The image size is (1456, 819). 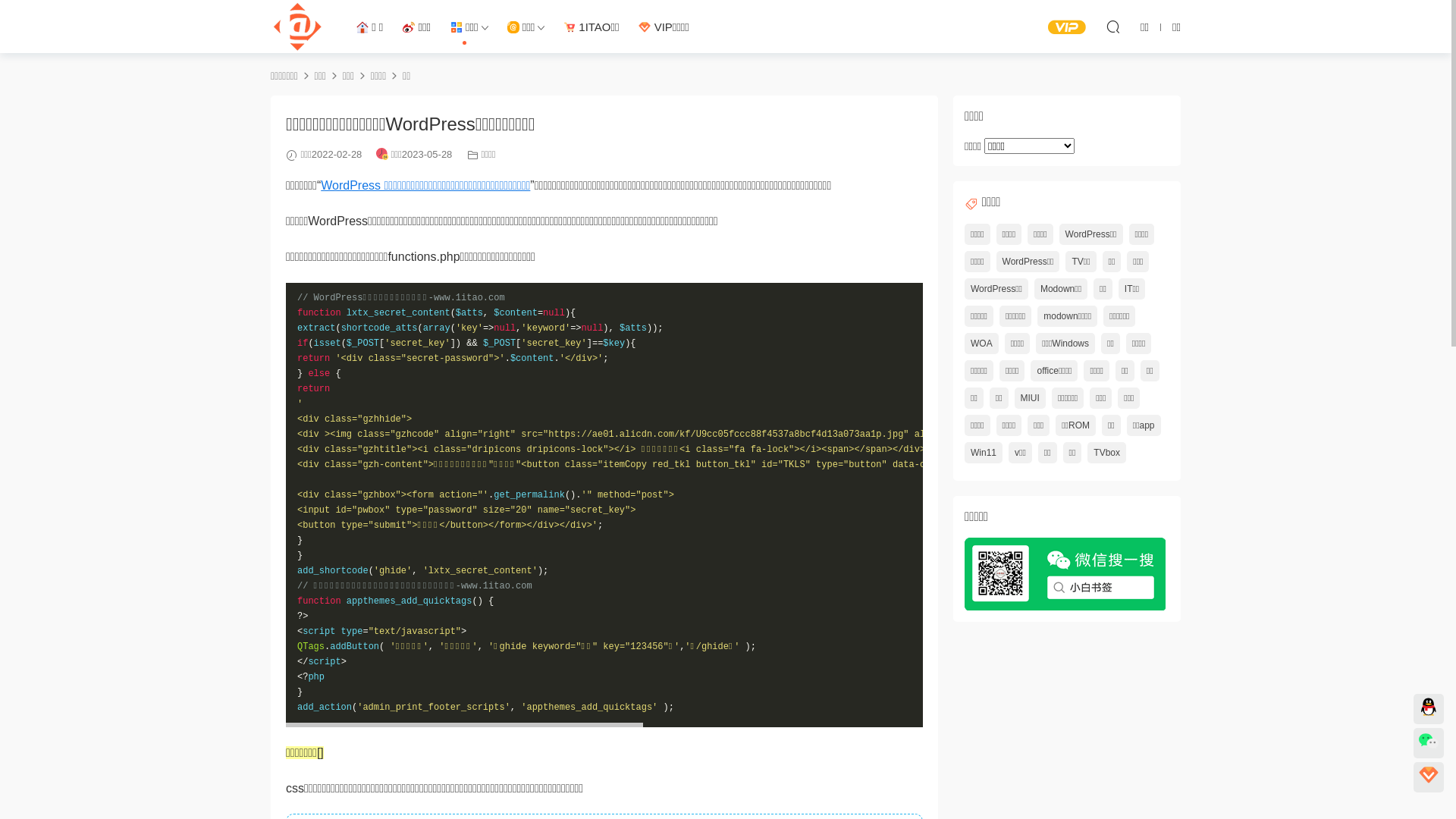 I want to click on 'MIUI', so click(x=1030, y=397).